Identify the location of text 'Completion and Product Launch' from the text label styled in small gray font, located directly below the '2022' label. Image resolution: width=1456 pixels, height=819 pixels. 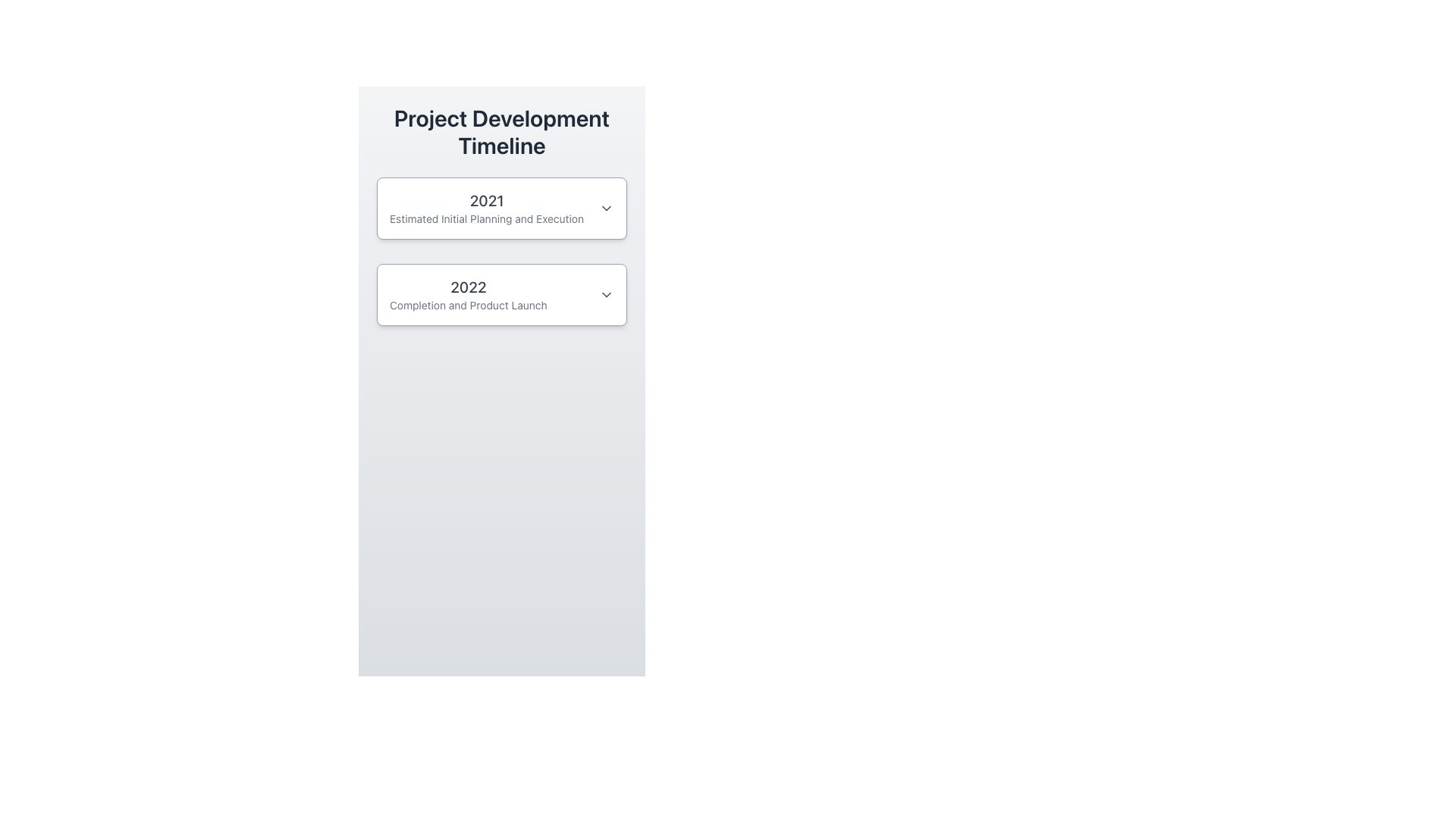
(467, 305).